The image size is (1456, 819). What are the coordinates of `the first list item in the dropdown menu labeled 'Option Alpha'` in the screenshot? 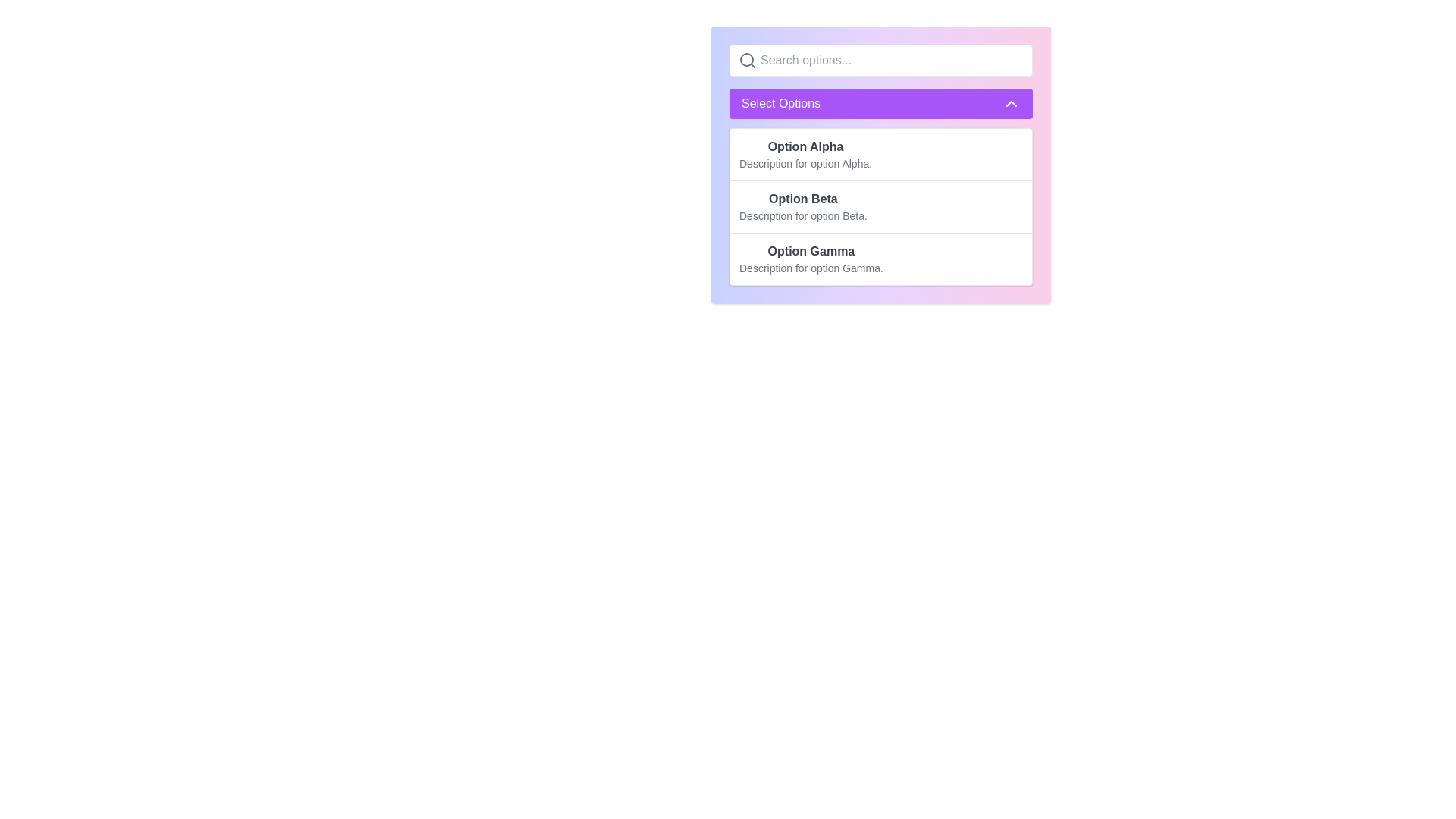 It's located at (880, 155).